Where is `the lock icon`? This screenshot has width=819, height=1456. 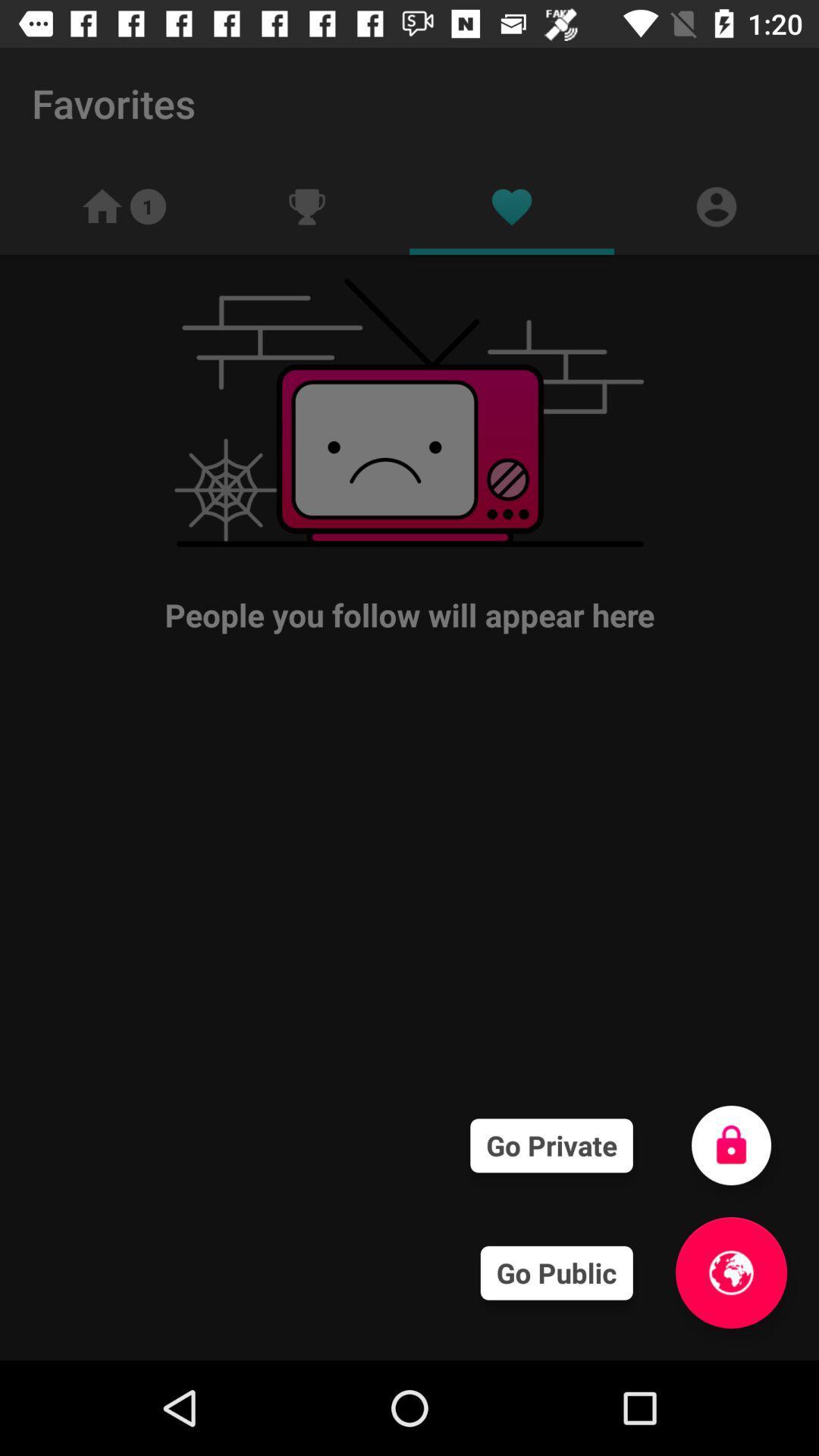 the lock icon is located at coordinates (730, 1145).